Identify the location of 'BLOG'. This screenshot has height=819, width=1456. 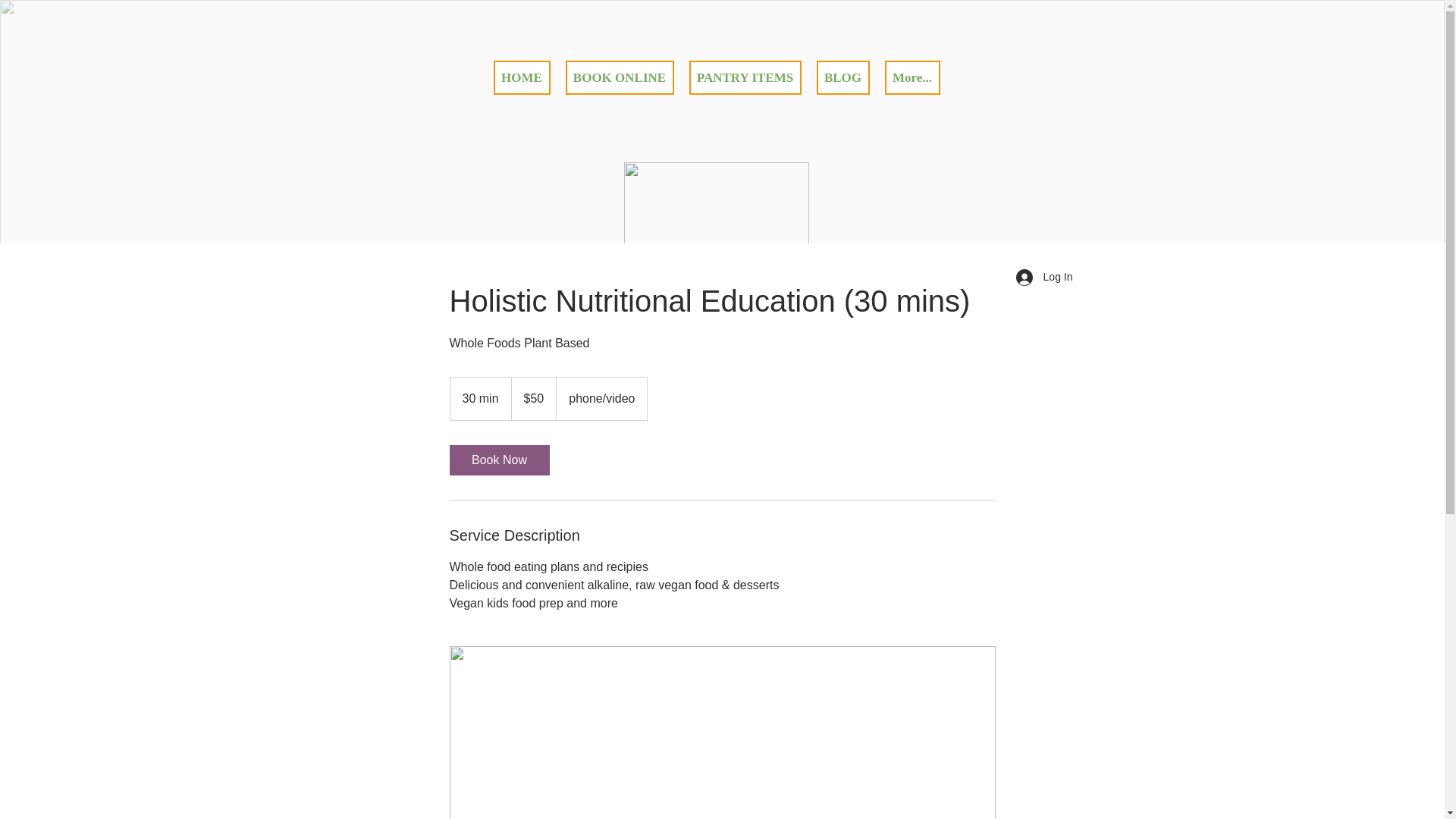
(814, 77).